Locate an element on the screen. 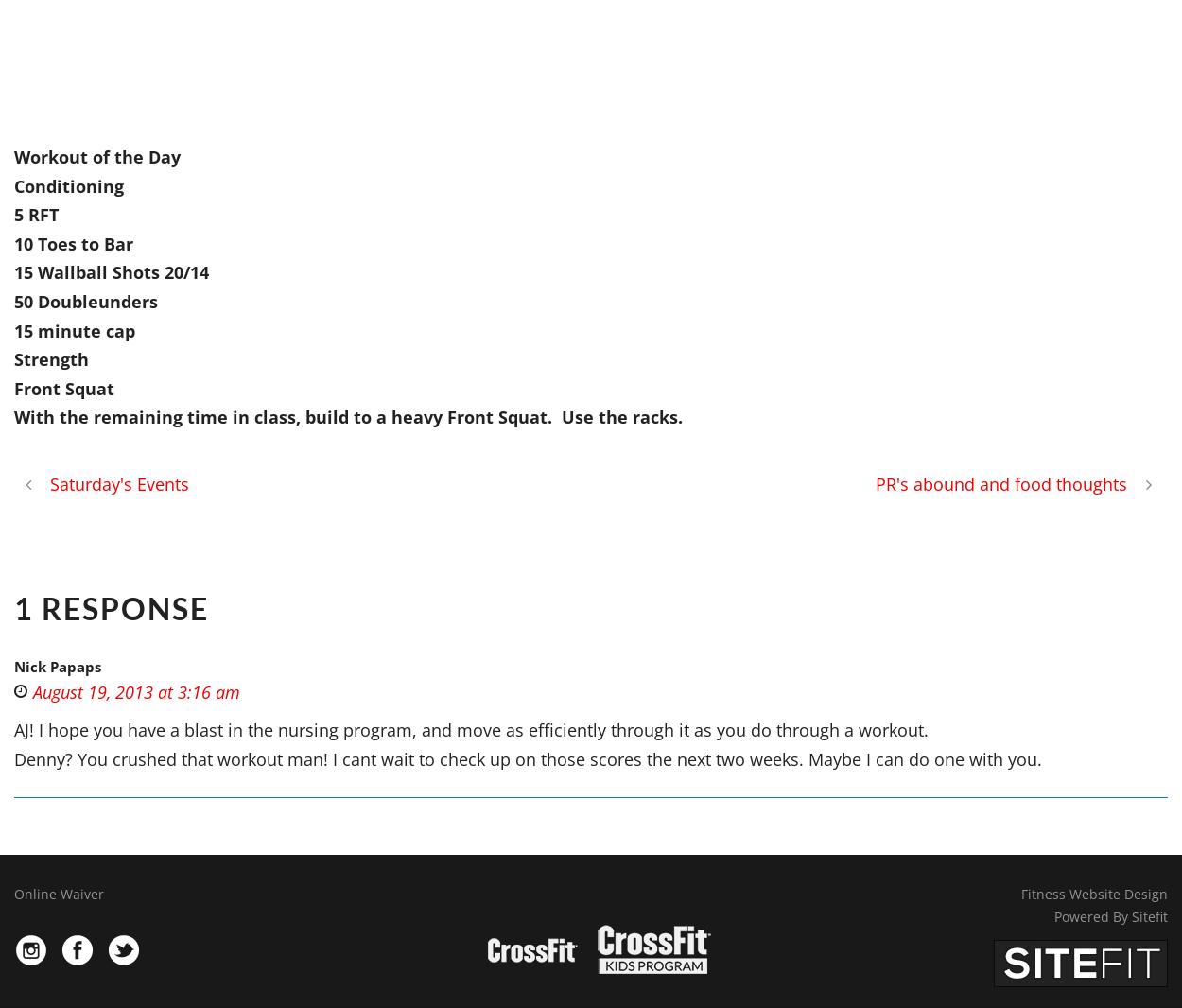  'Front Squat' is located at coordinates (63, 387).